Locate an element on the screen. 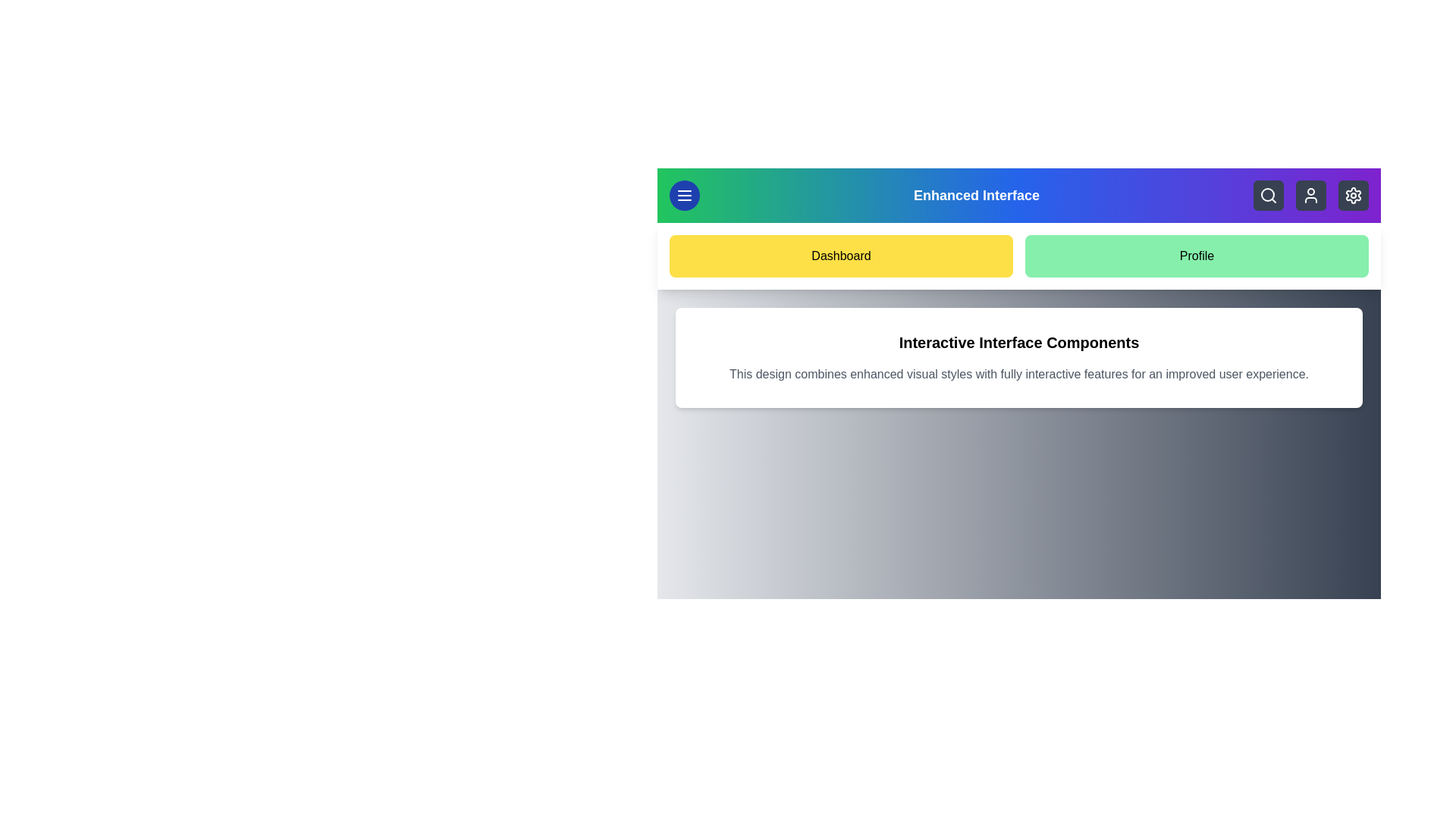 Image resolution: width=1456 pixels, height=819 pixels. the 'Dashboard' button to navigate to the Dashboard section is located at coordinates (840, 256).